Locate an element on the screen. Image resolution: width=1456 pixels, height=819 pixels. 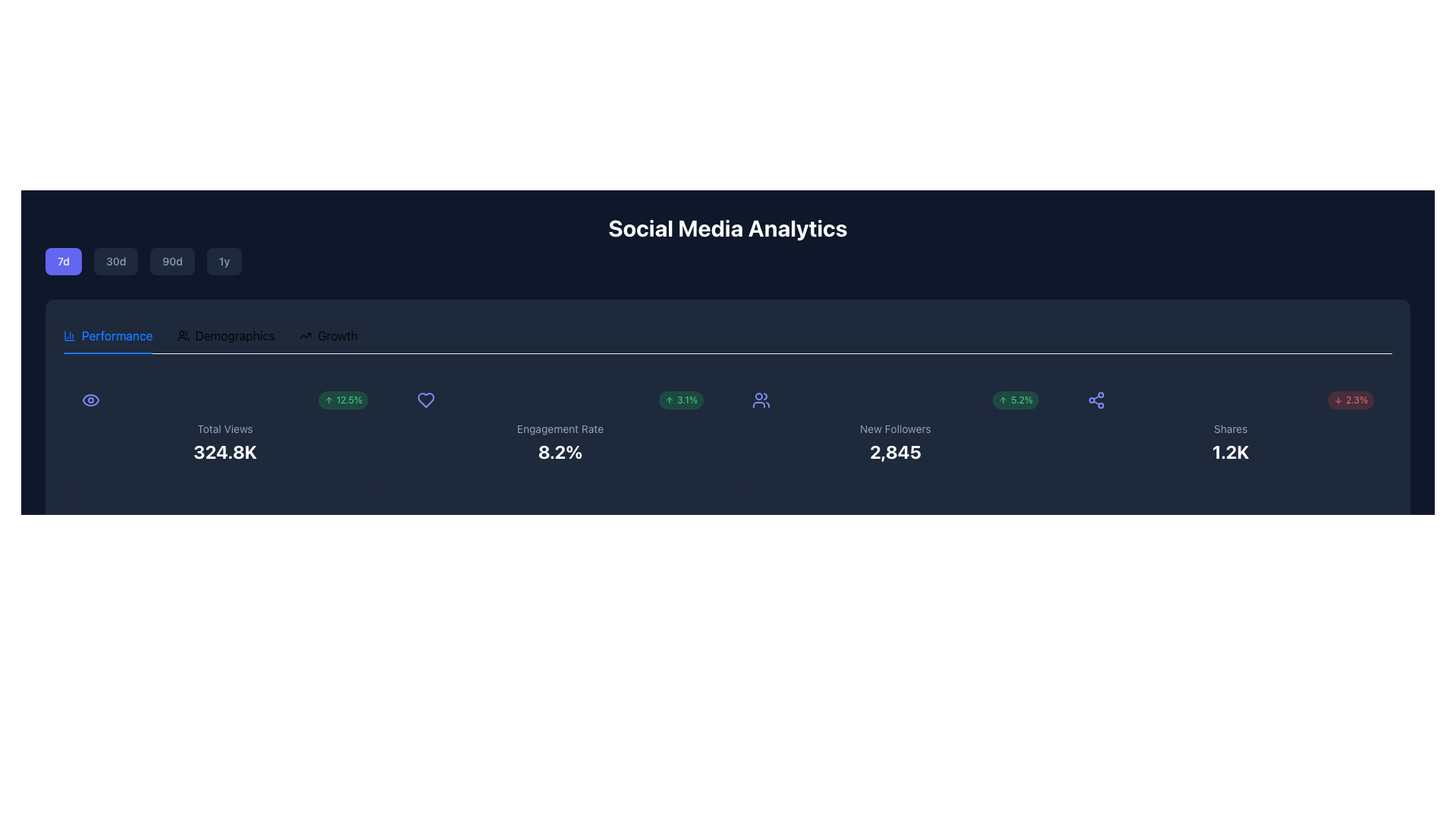
the 'Performance' tab, which is the first tab in the horizontal tab list, styled with a bold blue theme is located at coordinates (107, 335).